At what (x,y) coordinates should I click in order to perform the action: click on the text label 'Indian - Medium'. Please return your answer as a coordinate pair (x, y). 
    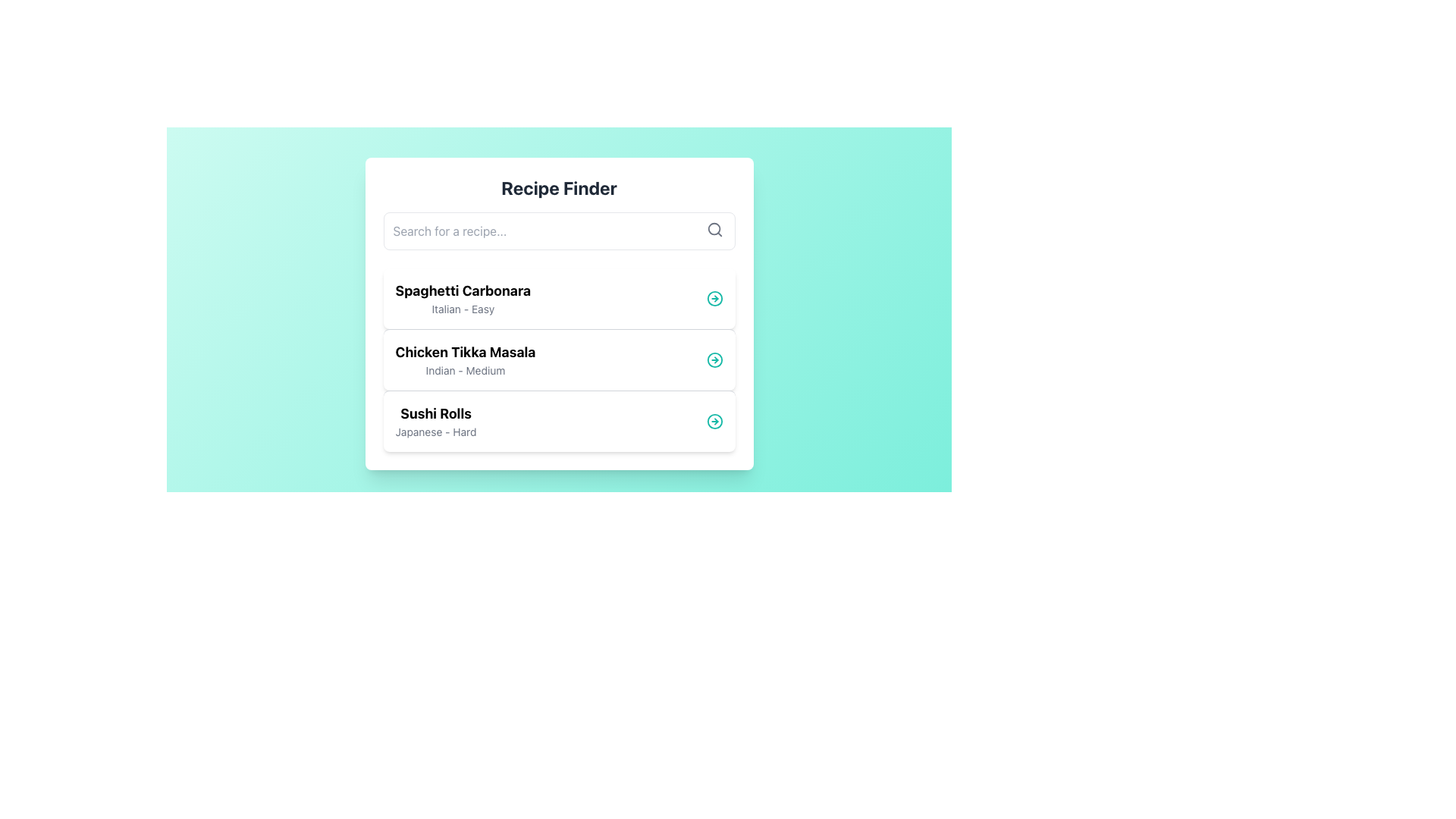
    Looking at the image, I should click on (465, 371).